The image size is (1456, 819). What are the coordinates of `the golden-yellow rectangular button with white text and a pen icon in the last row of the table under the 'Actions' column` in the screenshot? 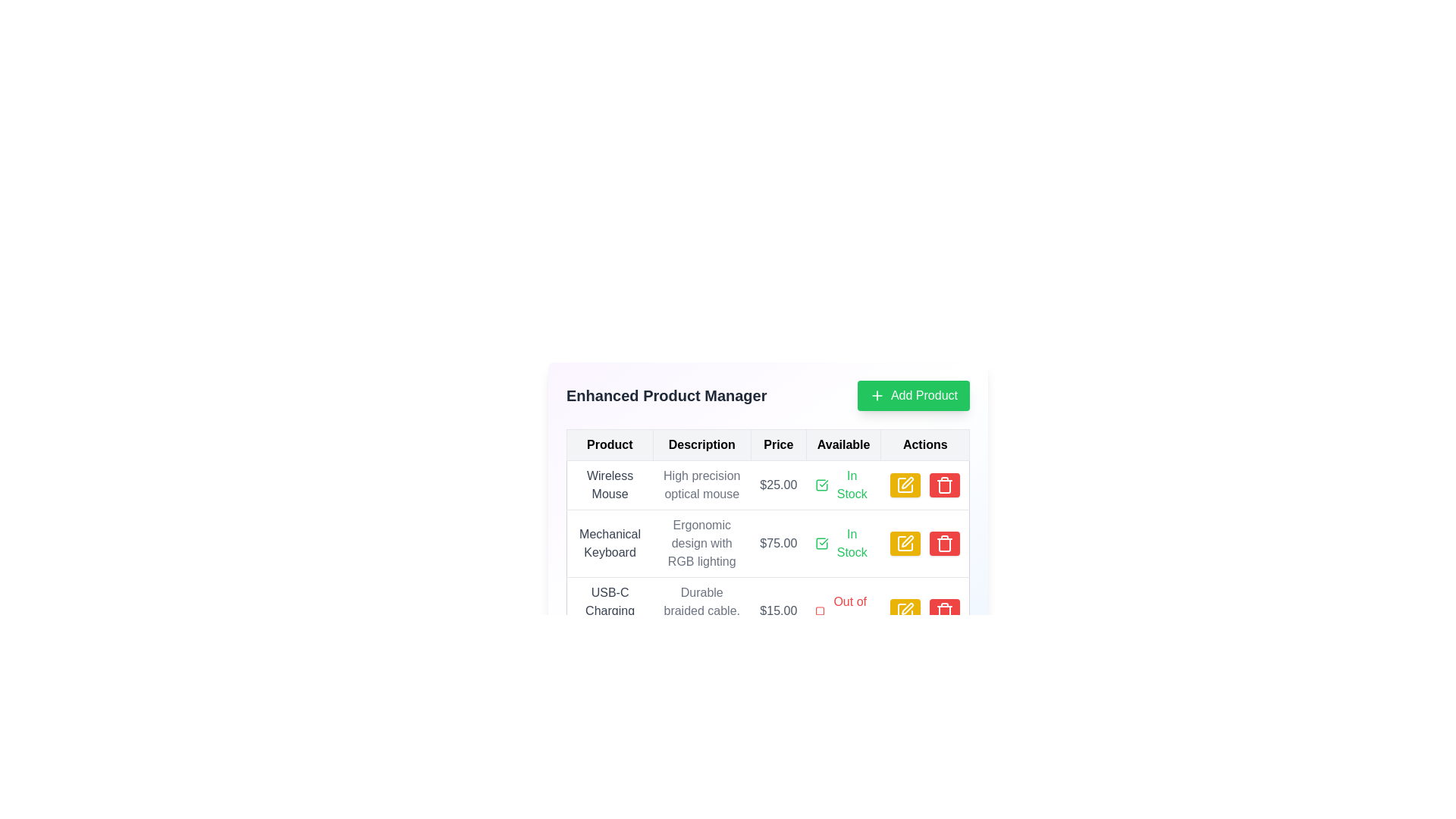 It's located at (905, 610).